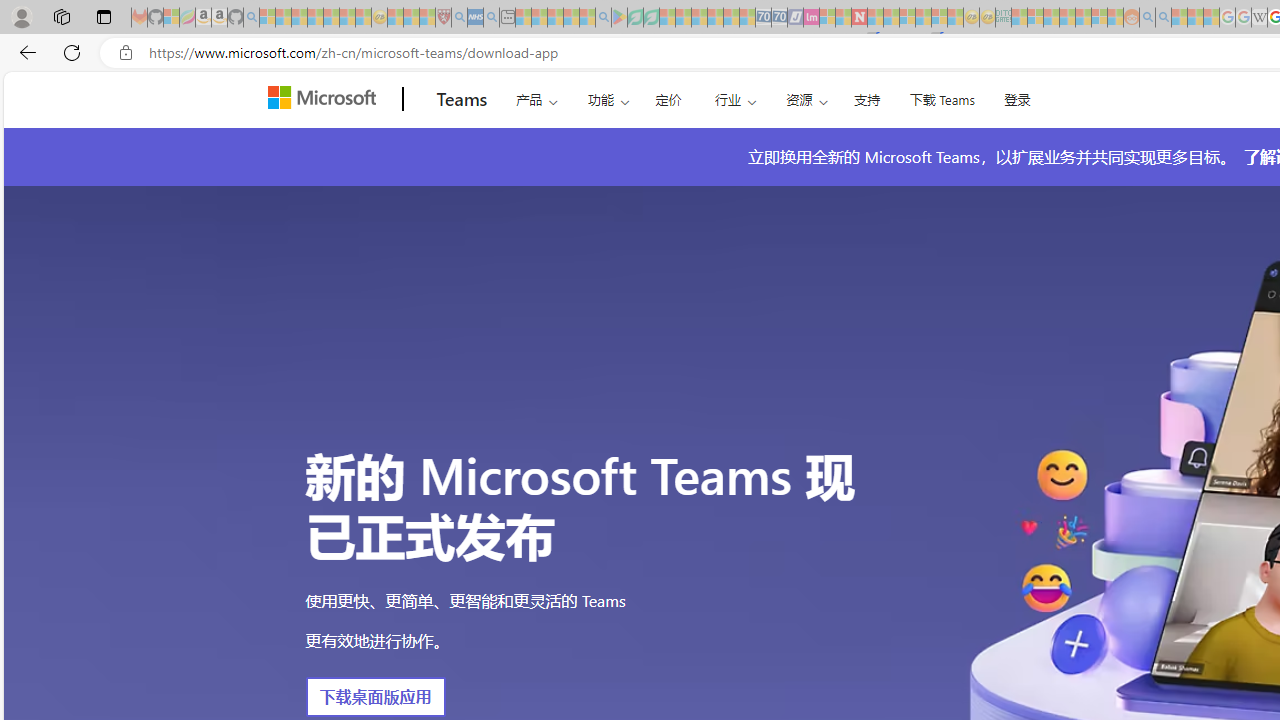 Image resolution: width=1280 pixels, height=720 pixels. I want to click on 'Target page - Wikipedia - Sleeping', so click(1258, 17).